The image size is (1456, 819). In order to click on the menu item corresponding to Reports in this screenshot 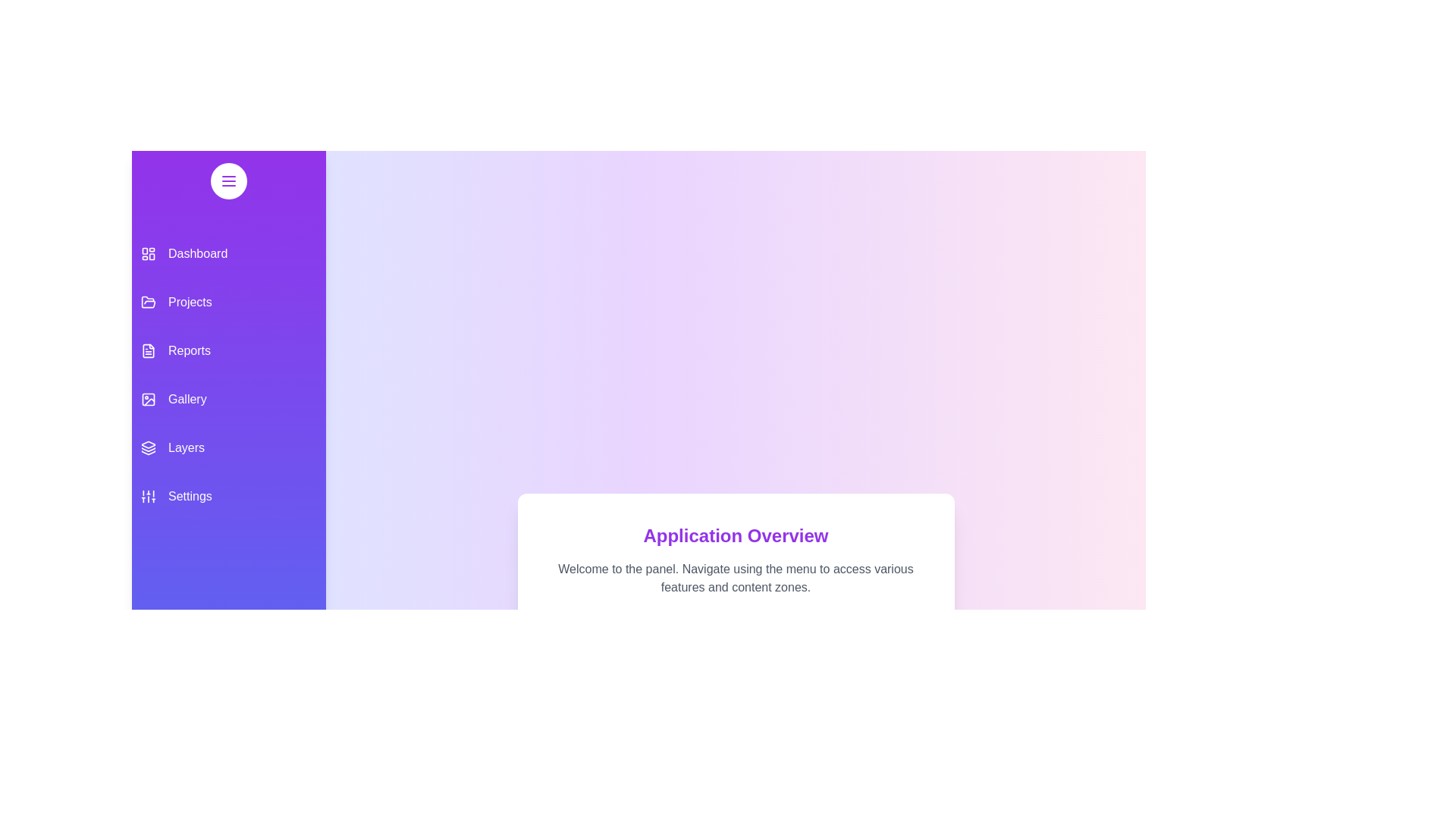, I will do `click(228, 350)`.